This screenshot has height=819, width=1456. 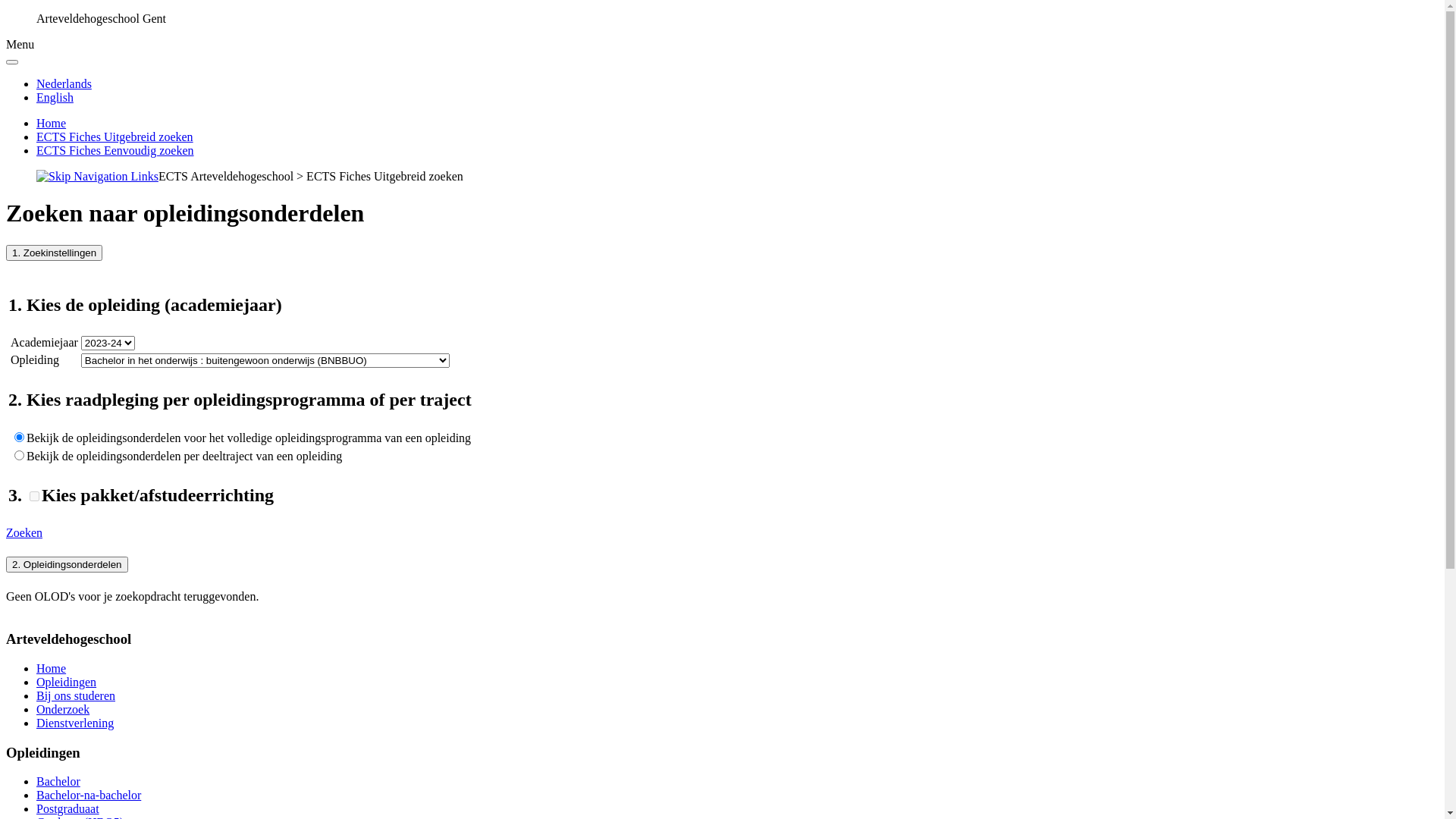 I want to click on 'Opleidingen', so click(x=65, y=681).